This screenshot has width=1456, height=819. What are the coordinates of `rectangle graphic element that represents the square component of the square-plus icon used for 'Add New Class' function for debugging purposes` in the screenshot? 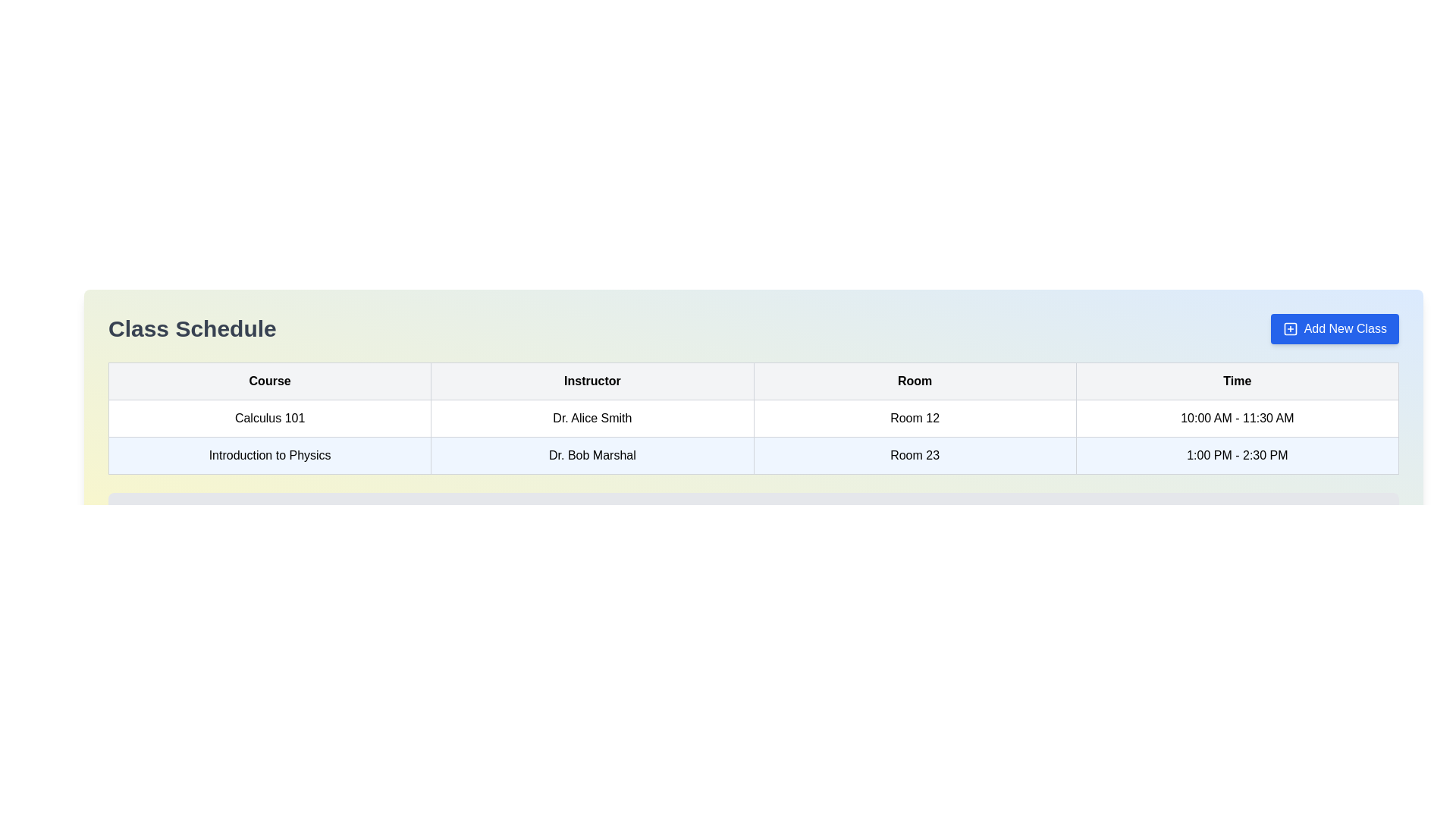 It's located at (1289, 328).